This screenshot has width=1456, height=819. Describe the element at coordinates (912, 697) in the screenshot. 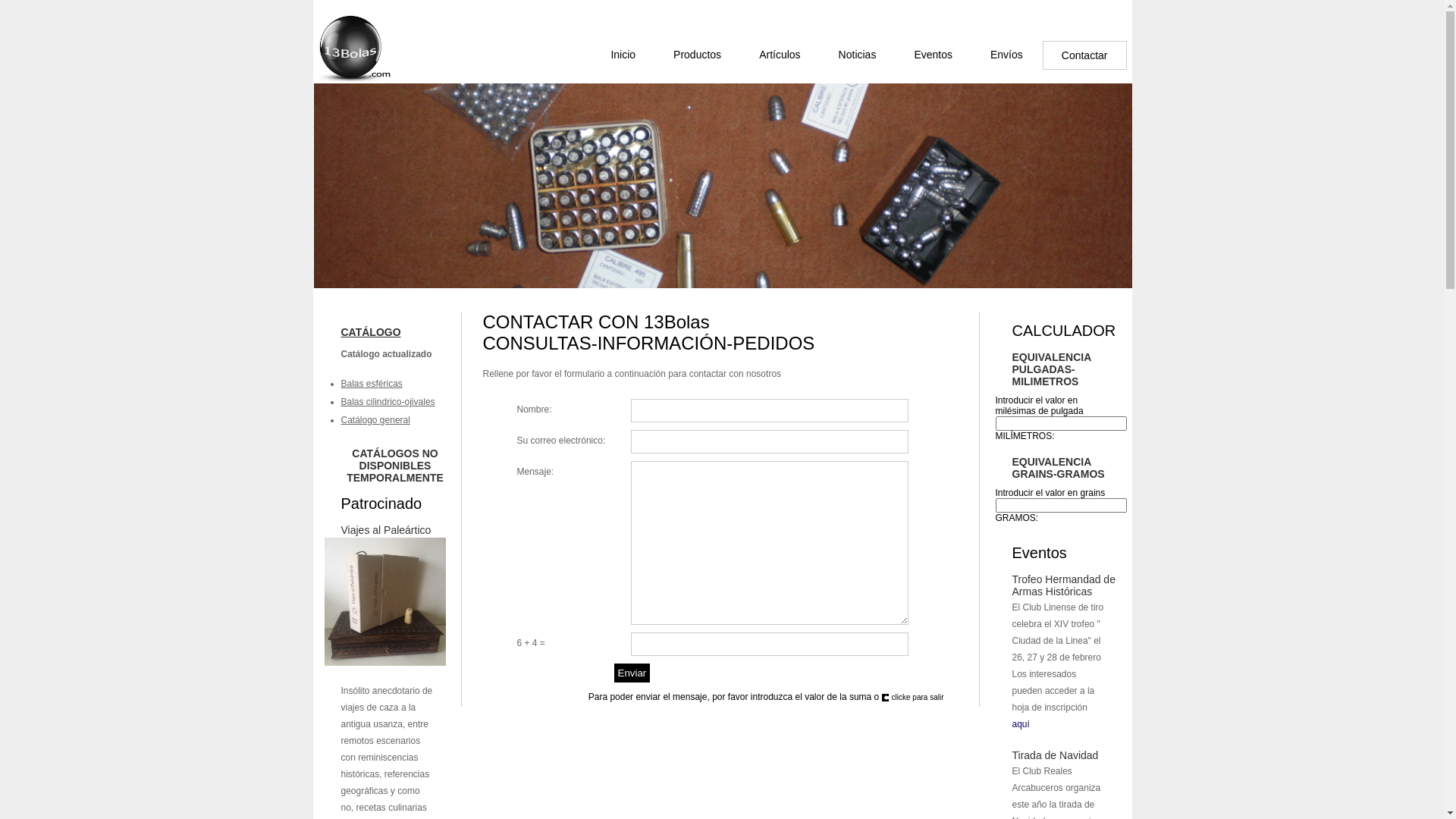

I see `'clicke para salir'` at that location.